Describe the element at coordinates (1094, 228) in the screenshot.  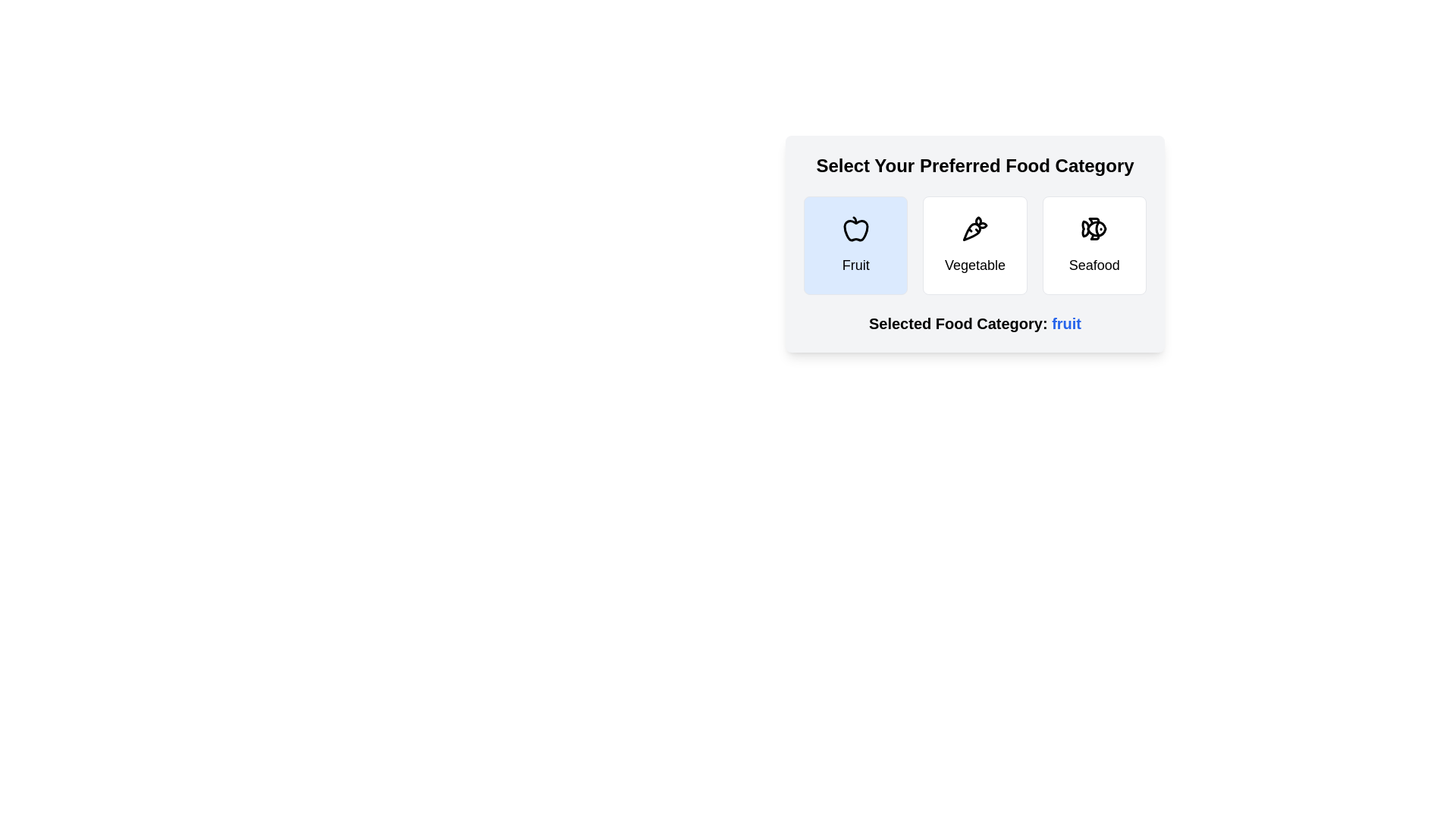
I see `the Seafood icon, which is represented by a fish icon located at the center of the box labeled 'Seafood', the third option in a horizontal row` at that location.